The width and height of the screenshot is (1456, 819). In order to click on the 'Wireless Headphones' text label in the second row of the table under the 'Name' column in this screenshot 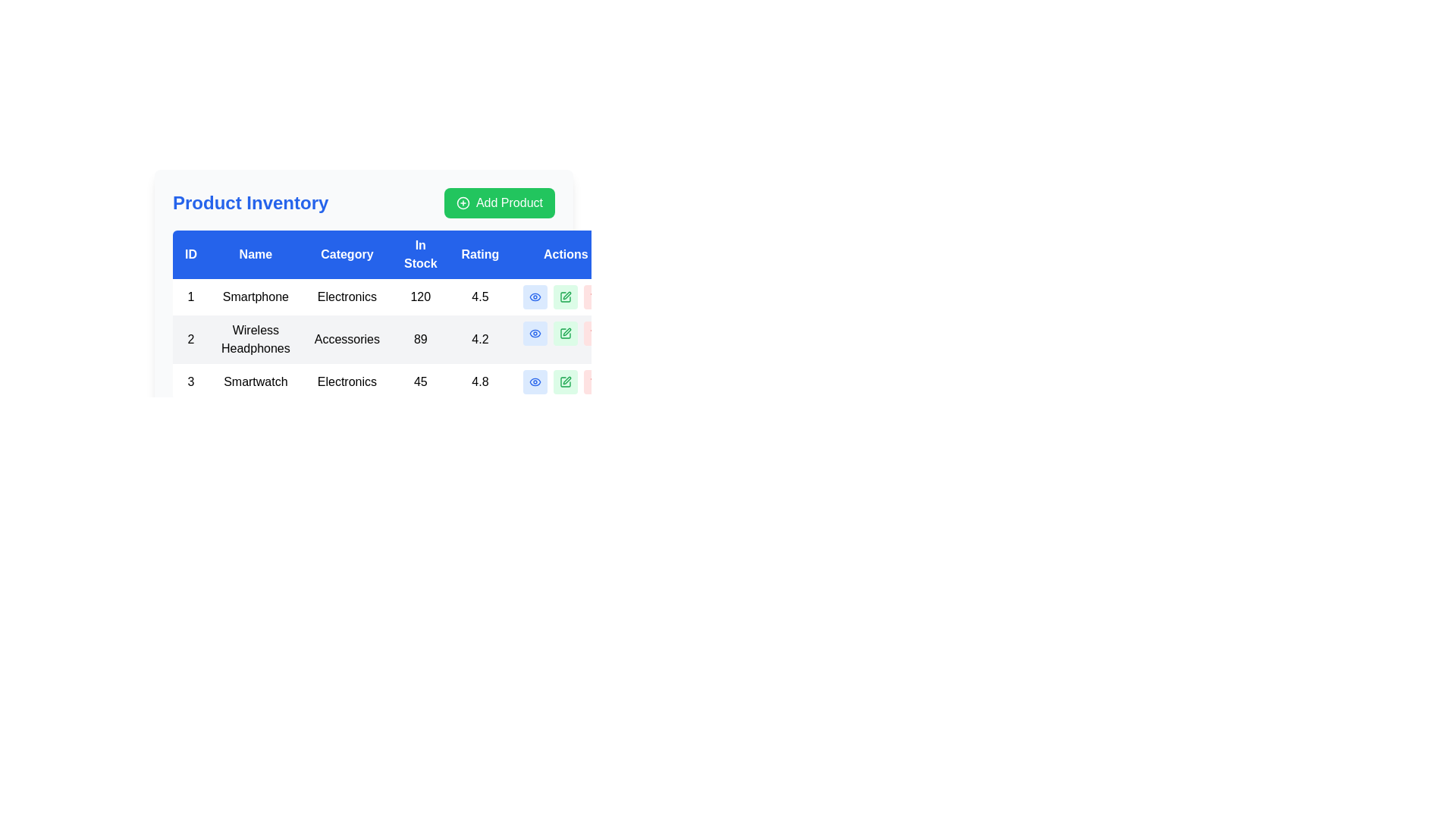, I will do `click(256, 338)`.